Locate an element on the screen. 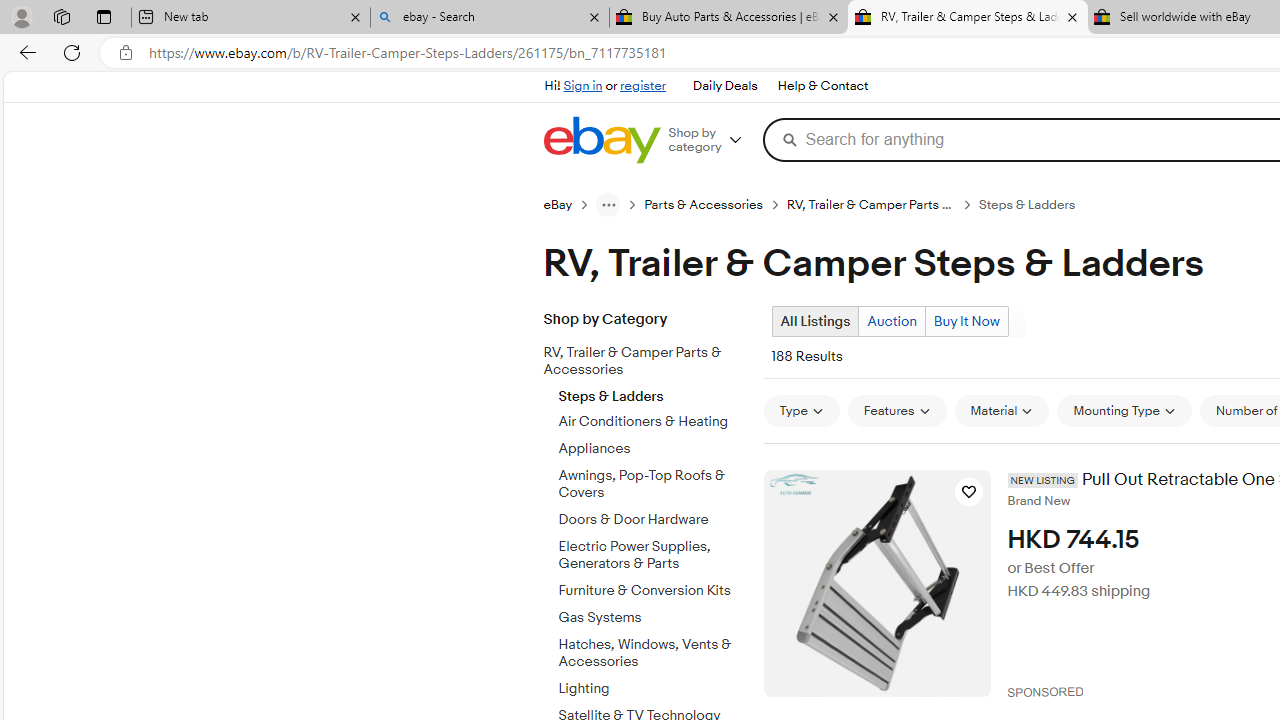 The height and width of the screenshot is (720, 1280). 'Help & Contact' is located at coordinates (821, 85).